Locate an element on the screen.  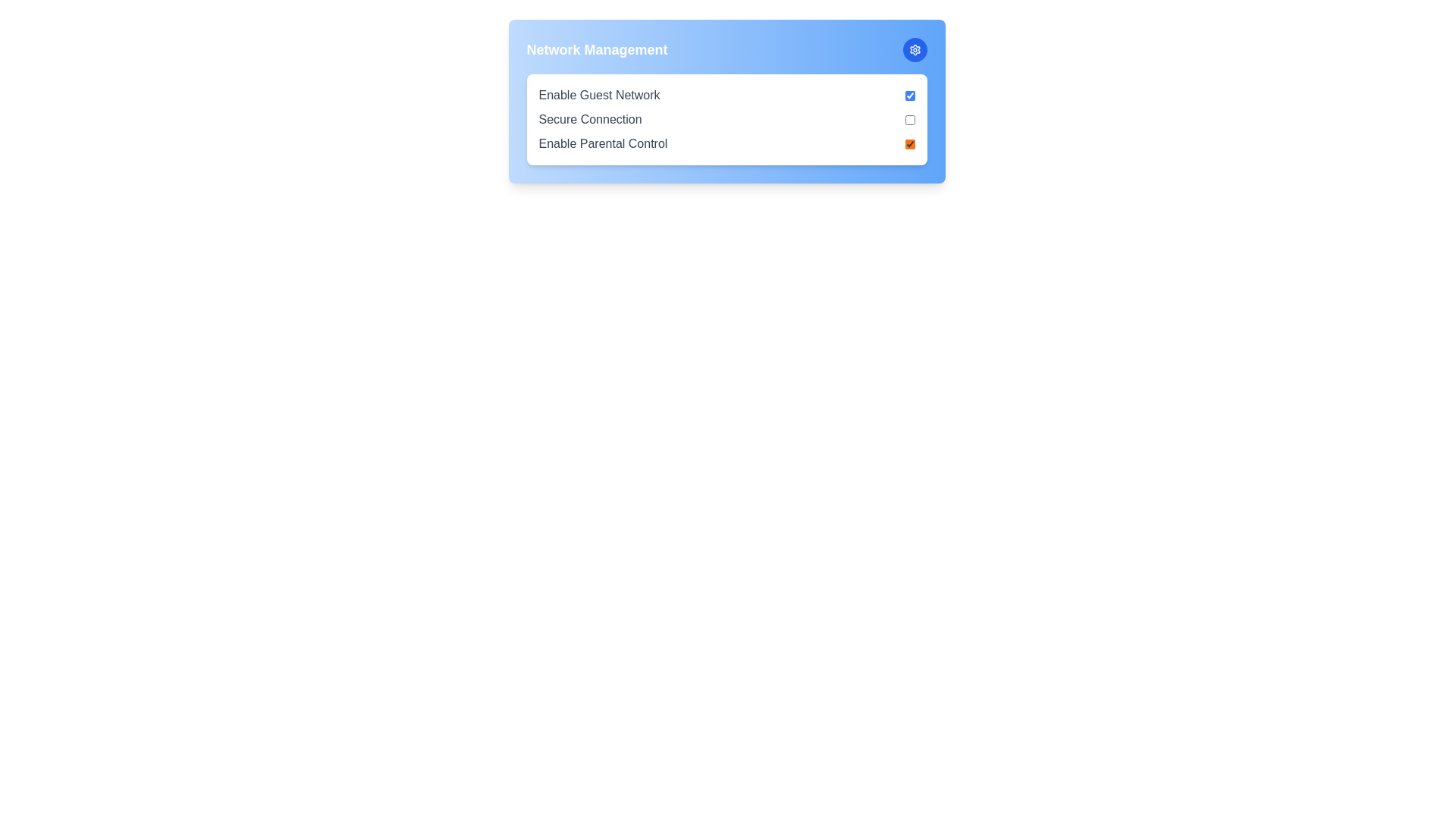
the settings icon, which is a gear styled within a blue circular button located at the top-right corner of the 'Network Management' section is located at coordinates (914, 49).